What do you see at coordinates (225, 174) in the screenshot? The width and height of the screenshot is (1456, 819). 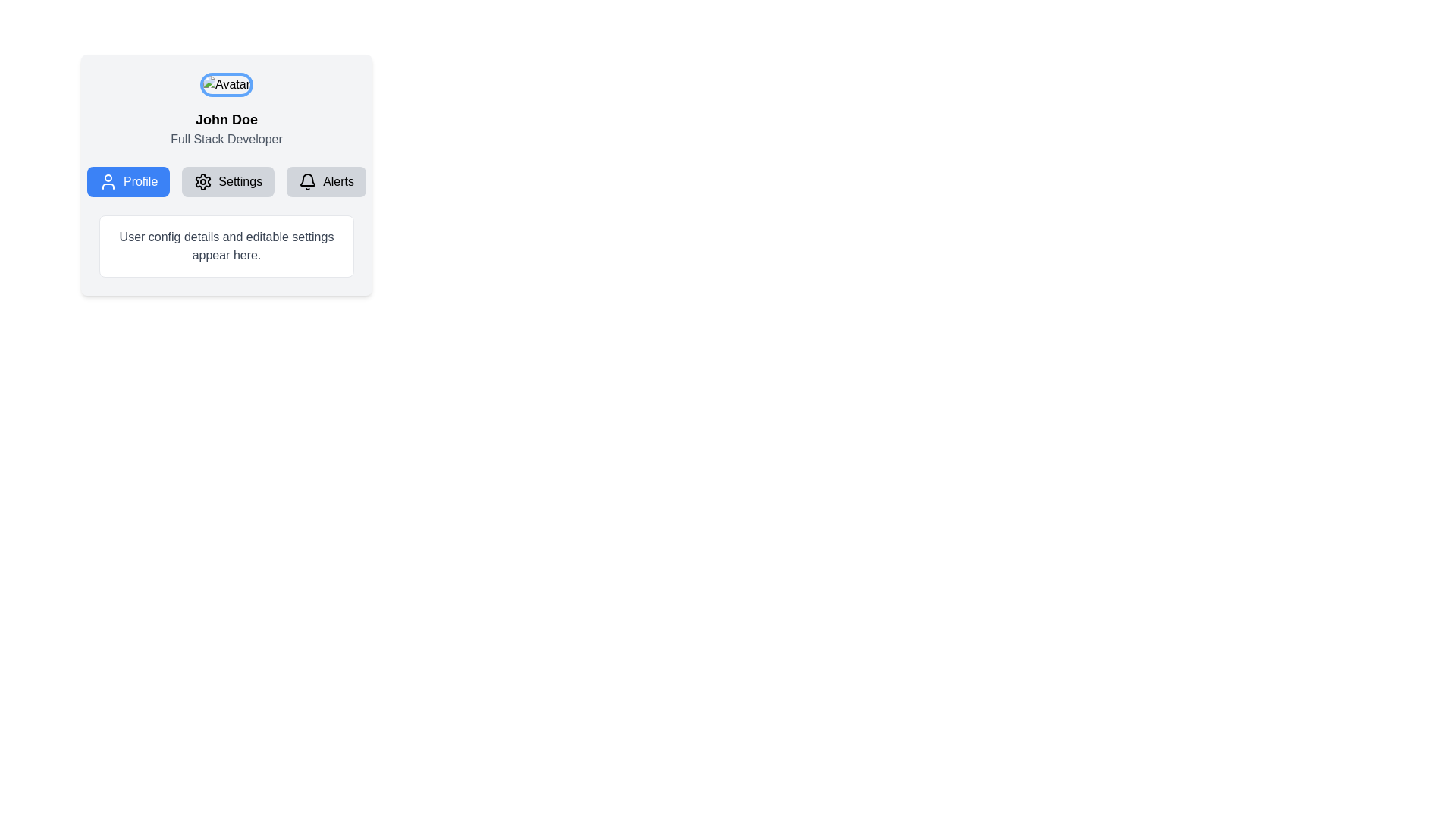 I see `the 'Settings' button located` at bounding box center [225, 174].